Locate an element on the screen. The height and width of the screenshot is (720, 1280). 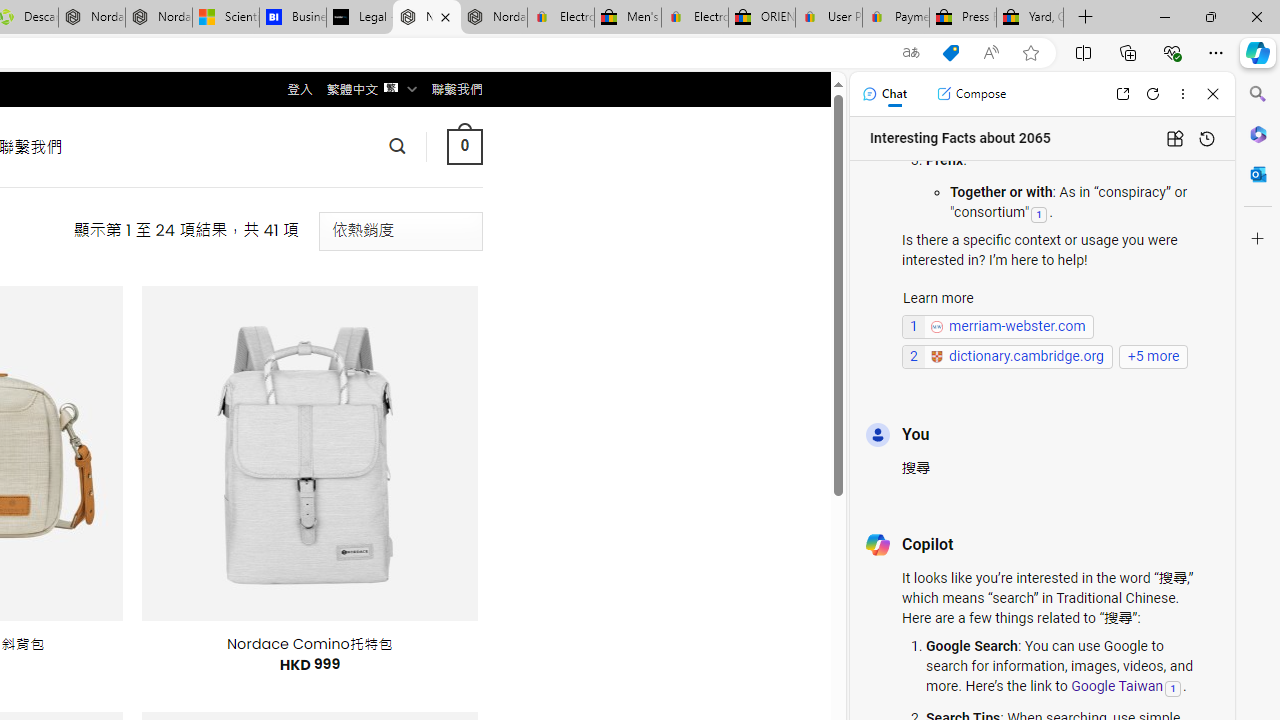
'Payments Terms of Use | eBay.com' is located at coordinates (895, 17).